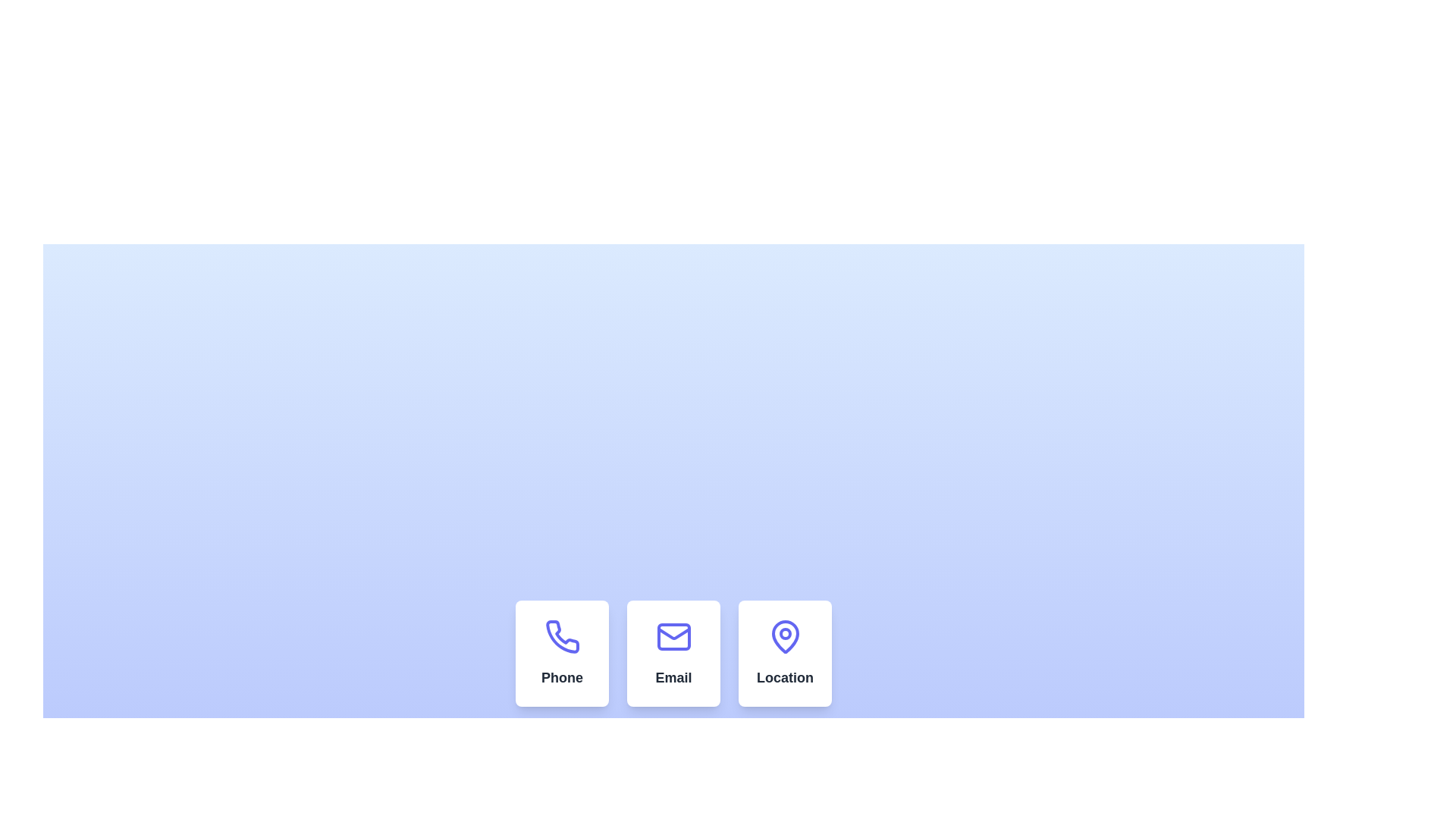 The height and width of the screenshot is (819, 1456). What do you see at coordinates (561, 637) in the screenshot?
I see `the indigo stylized phone receiver icon located in the center of the first column beneath the 'Phone' text` at bounding box center [561, 637].